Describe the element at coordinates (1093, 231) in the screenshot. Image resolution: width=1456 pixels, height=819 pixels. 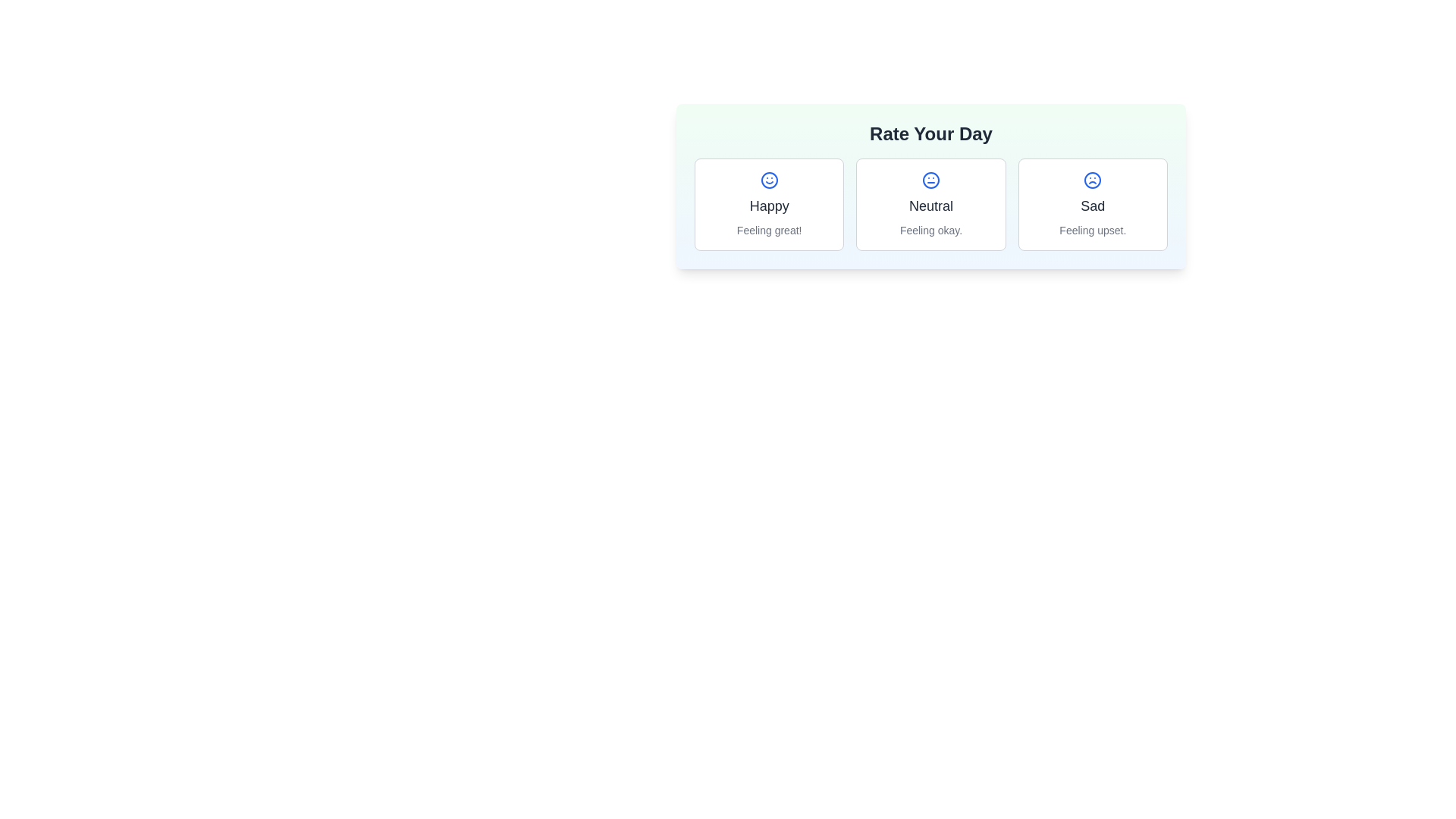
I see `the Text Label element displaying 'Feeling upset.' which is styled in light gray and positioned at the bottom of the 'Sad' mood section` at that location.